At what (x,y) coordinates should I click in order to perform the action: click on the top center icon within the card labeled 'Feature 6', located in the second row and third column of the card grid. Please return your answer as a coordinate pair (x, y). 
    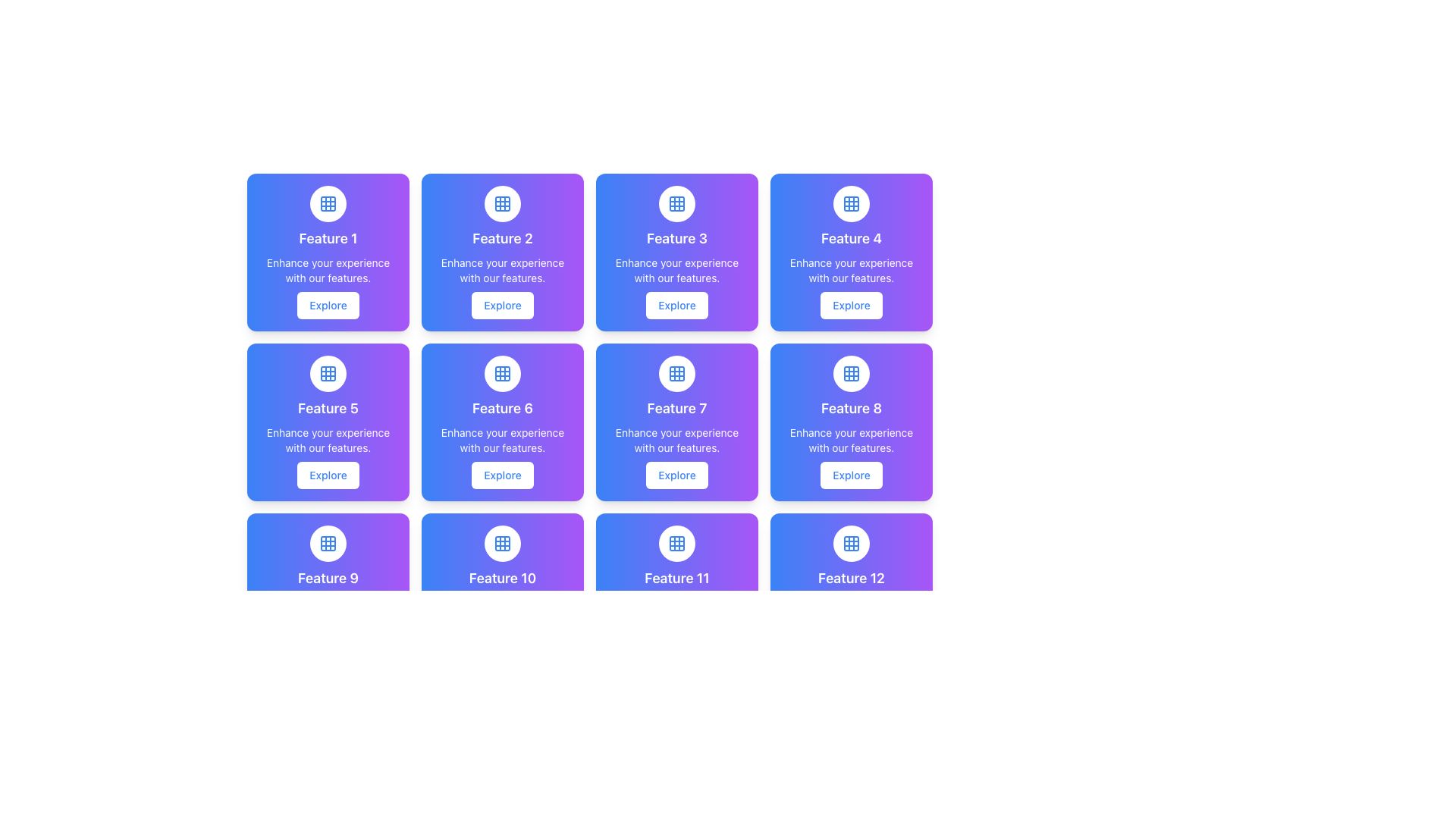
    Looking at the image, I should click on (502, 374).